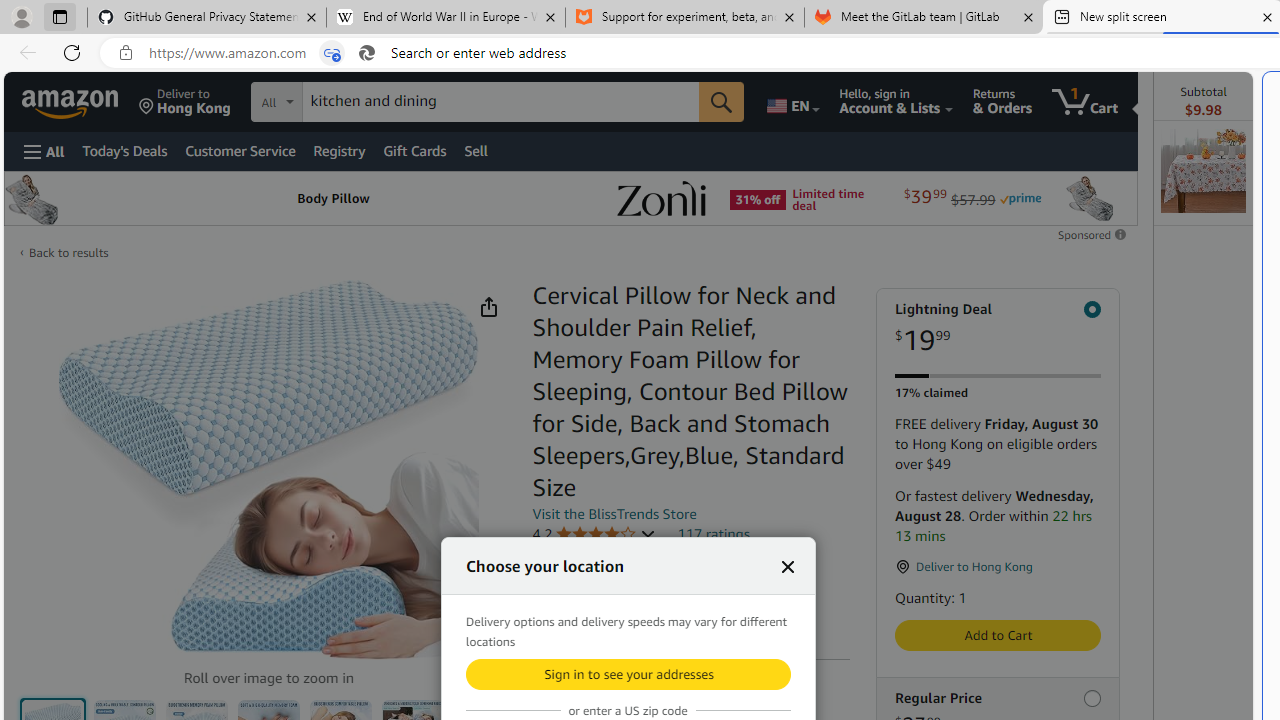 The height and width of the screenshot is (720, 1280). What do you see at coordinates (444, 17) in the screenshot?
I see `'End of World War II in Europe - Wikipedia'` at bounding box center [444, 17].